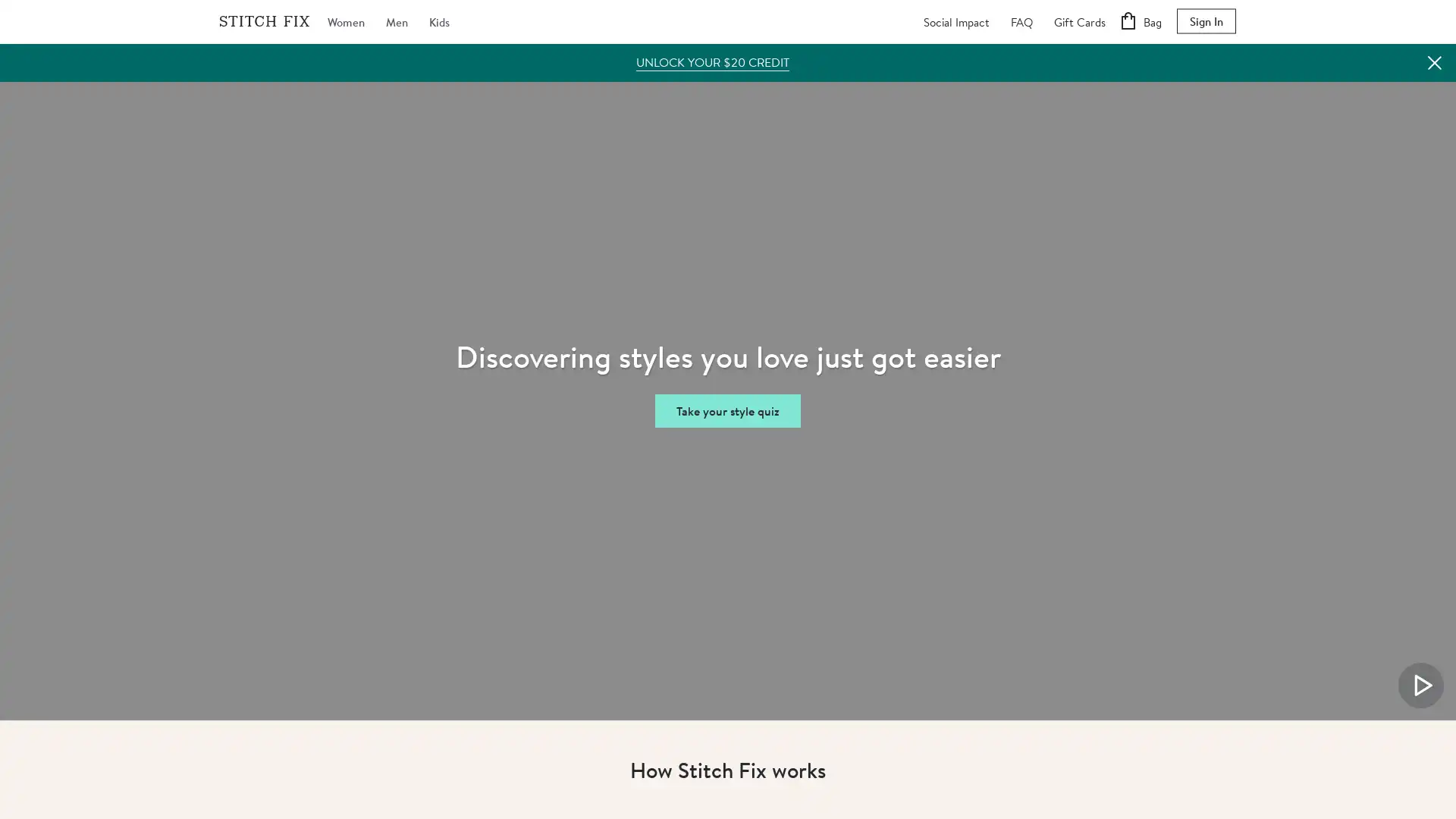 This screenshot has width=1456, height=819. Describe the element at coordinates (712, 61) in the screenshot. I see `UNLOCK YOUR $20 CREDIT` at that location.